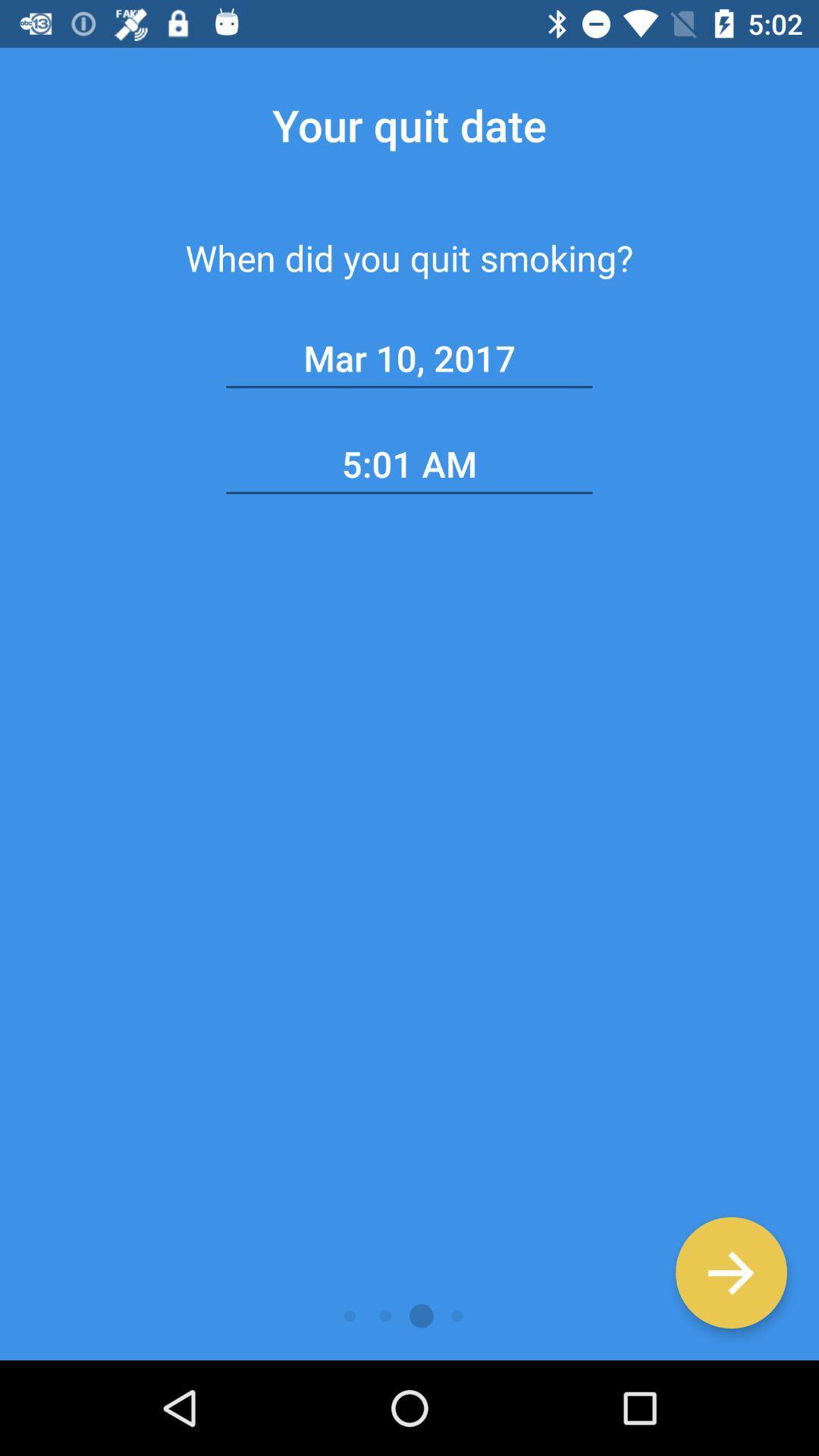  Describe the element at coordinates (730, 1272) in the screenshot. I see `the icon at the bottom right corner` at that location.